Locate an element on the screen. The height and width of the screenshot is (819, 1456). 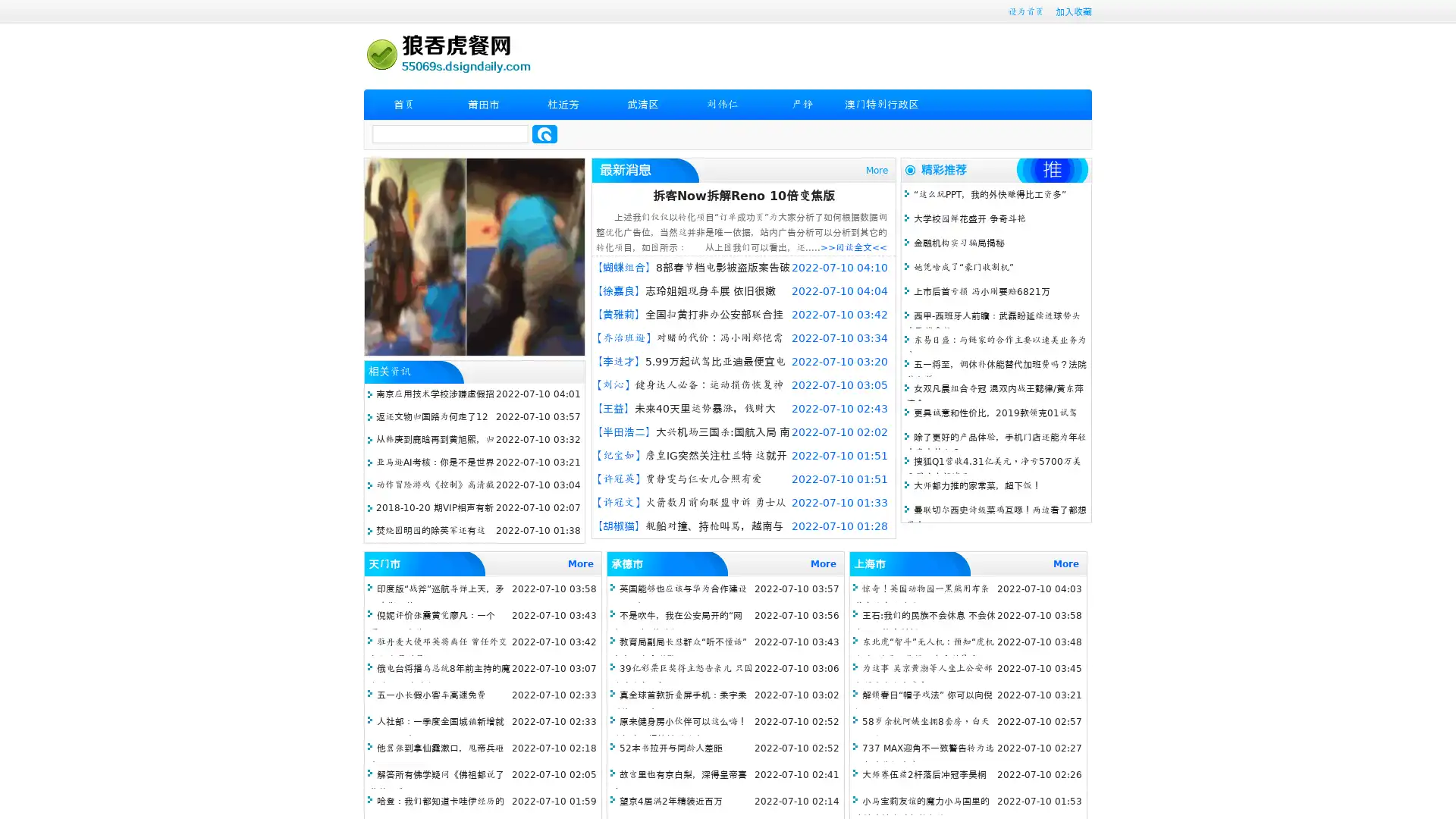
Search is located at coordinates (544, 133).